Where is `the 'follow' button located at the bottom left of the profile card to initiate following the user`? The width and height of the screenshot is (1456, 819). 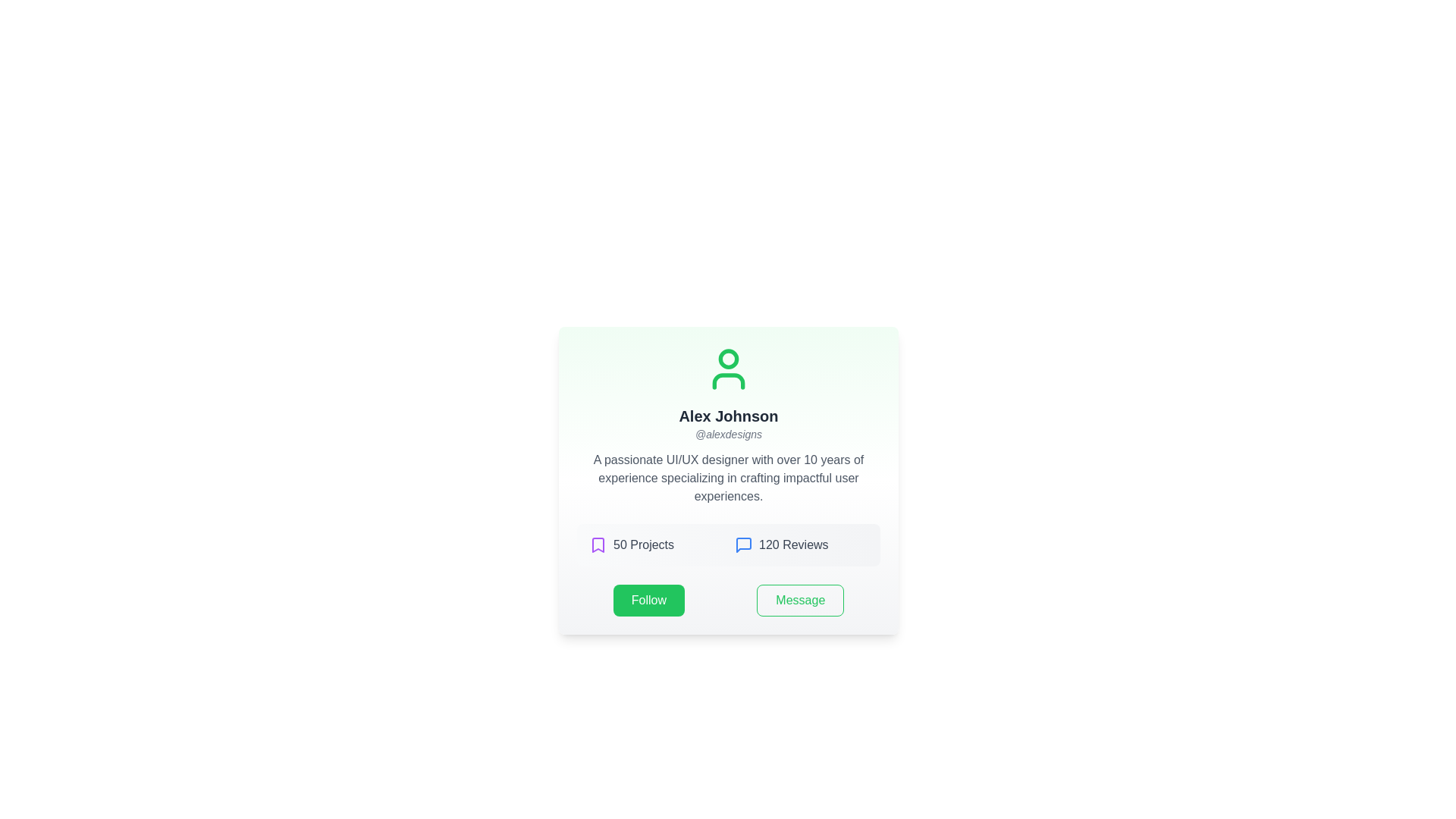 the 'follow' button located at the bottom left of the profile card to initiate following the user is located at coordinates (648, 599).